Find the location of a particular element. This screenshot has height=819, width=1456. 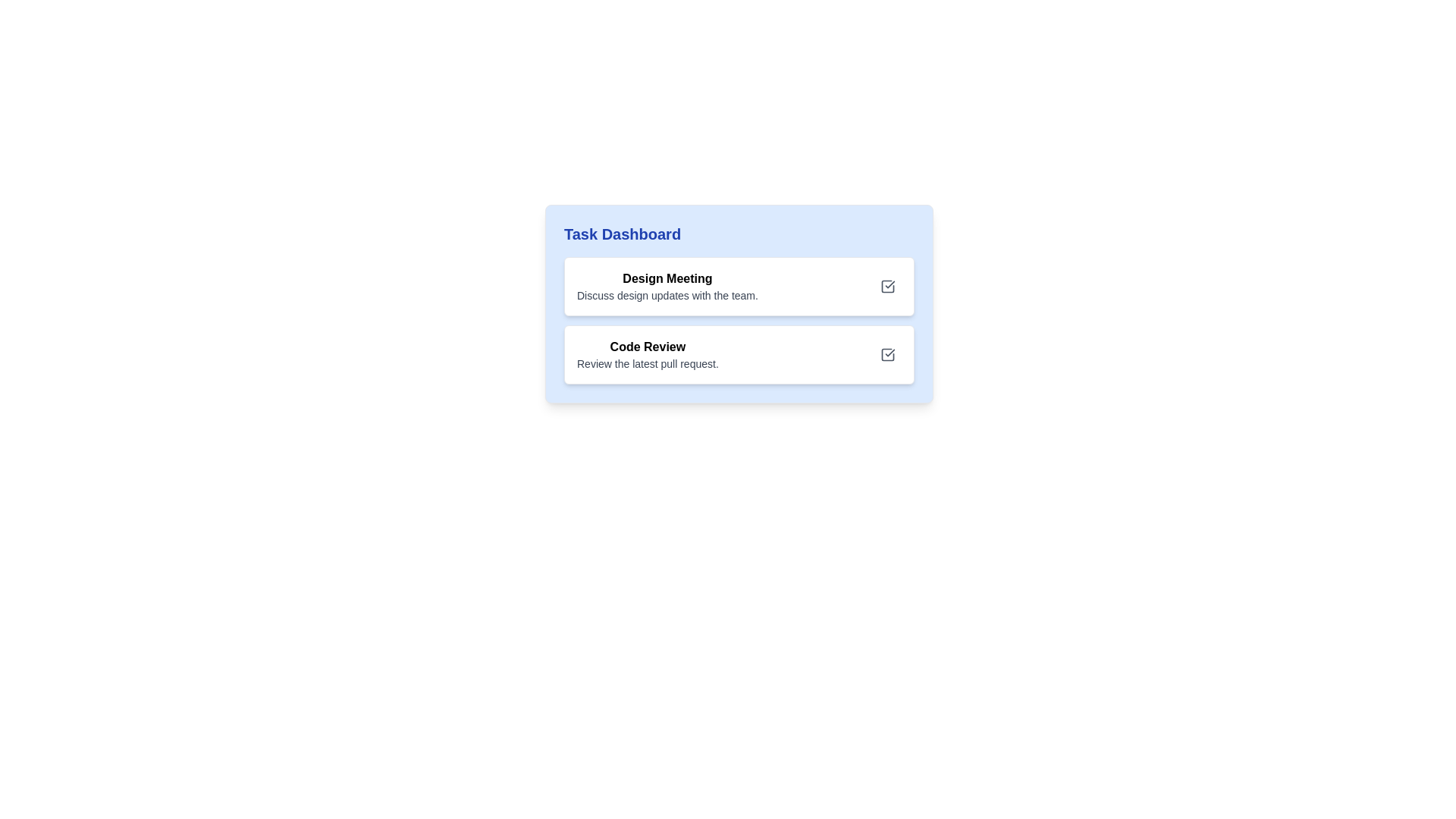

text segment that says 'Review the latest pull request.' which is styled in gray and located directly beneath the 'Code Review' title is located at coordinates (648, 363).